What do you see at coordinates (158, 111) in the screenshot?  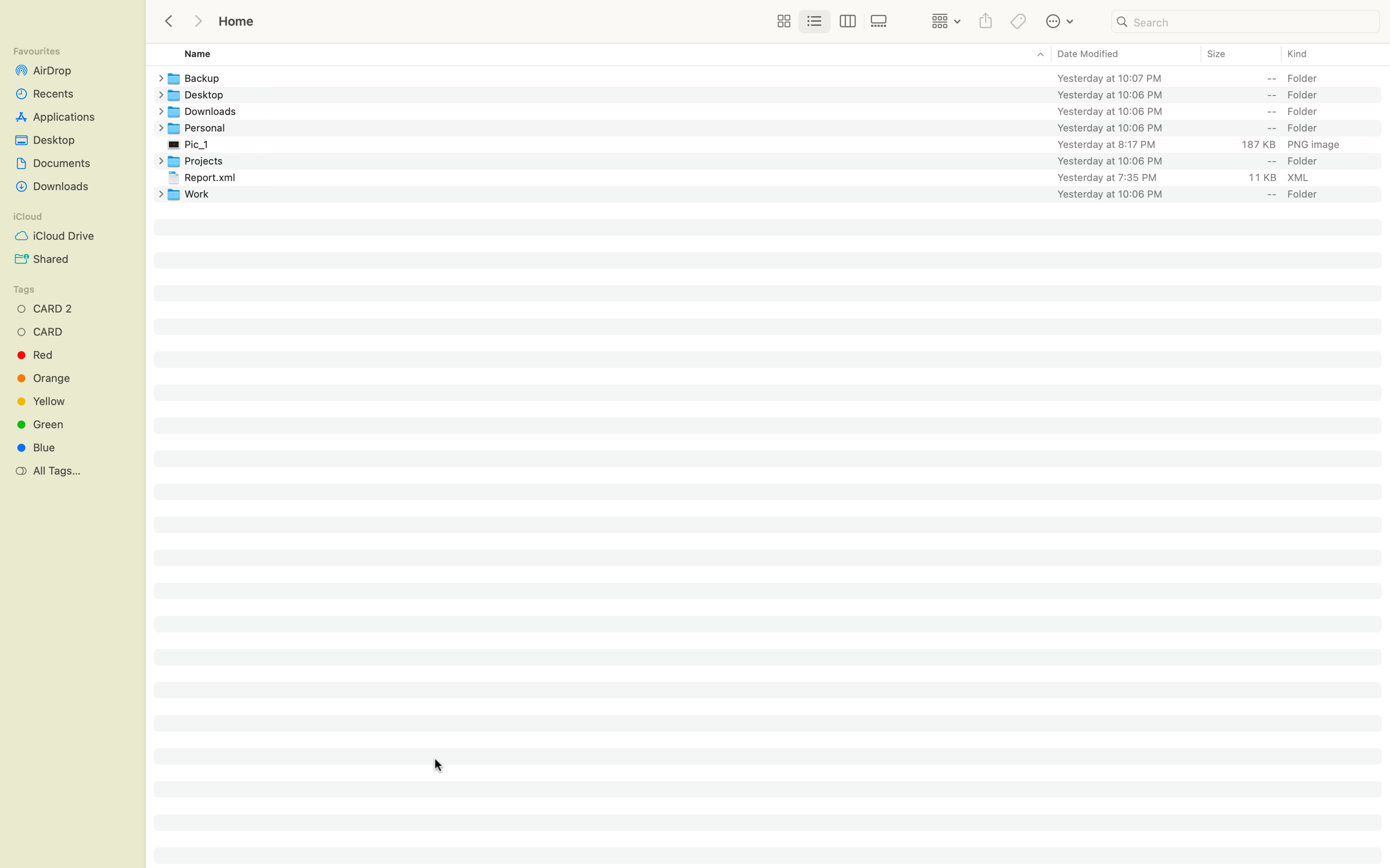 I see `Establish a new folder in the Downloads section of your computer` at bounding box center [158, 111].